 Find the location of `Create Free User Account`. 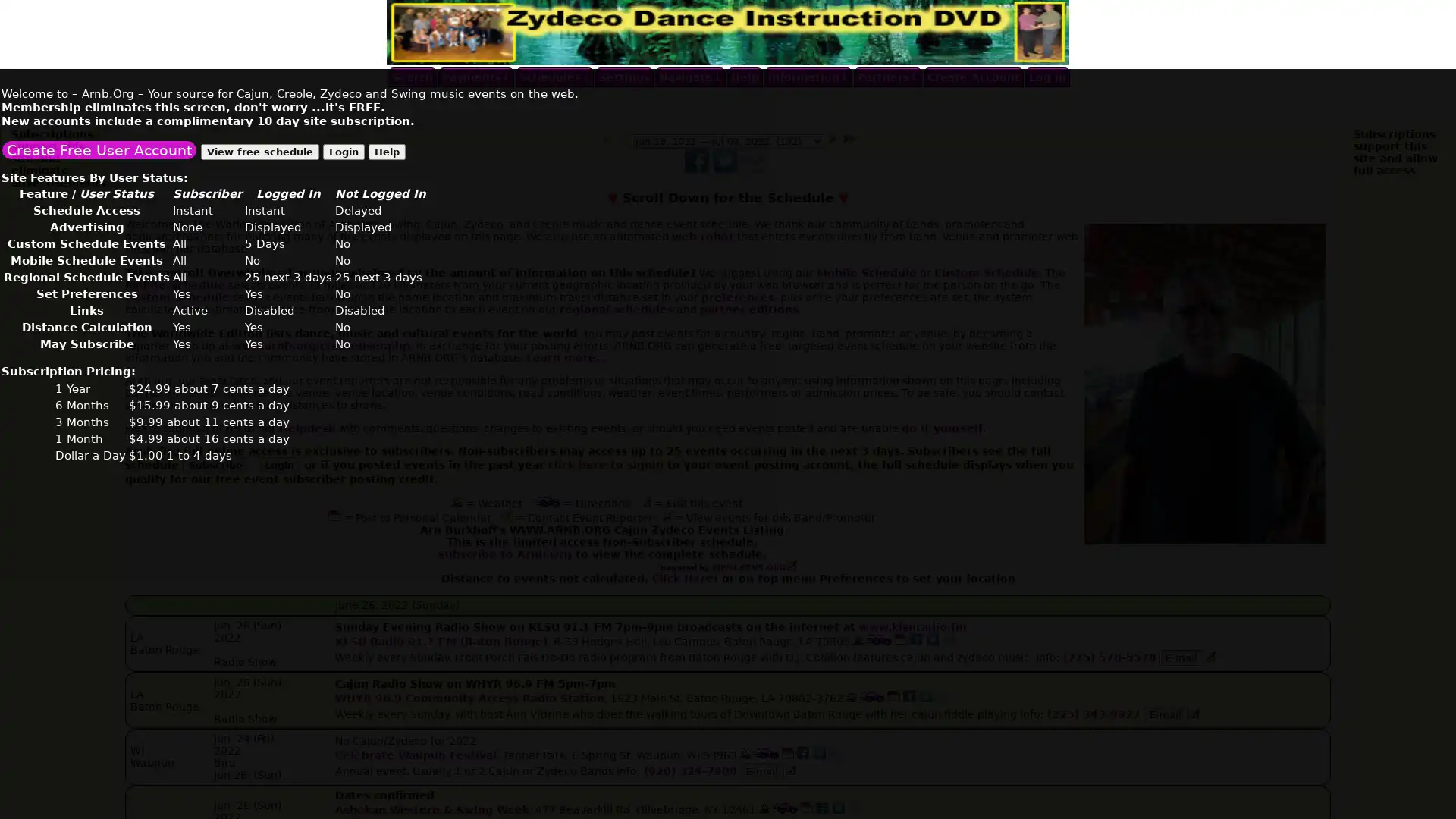

Create Free User Account is located at coordinates (98, 149).